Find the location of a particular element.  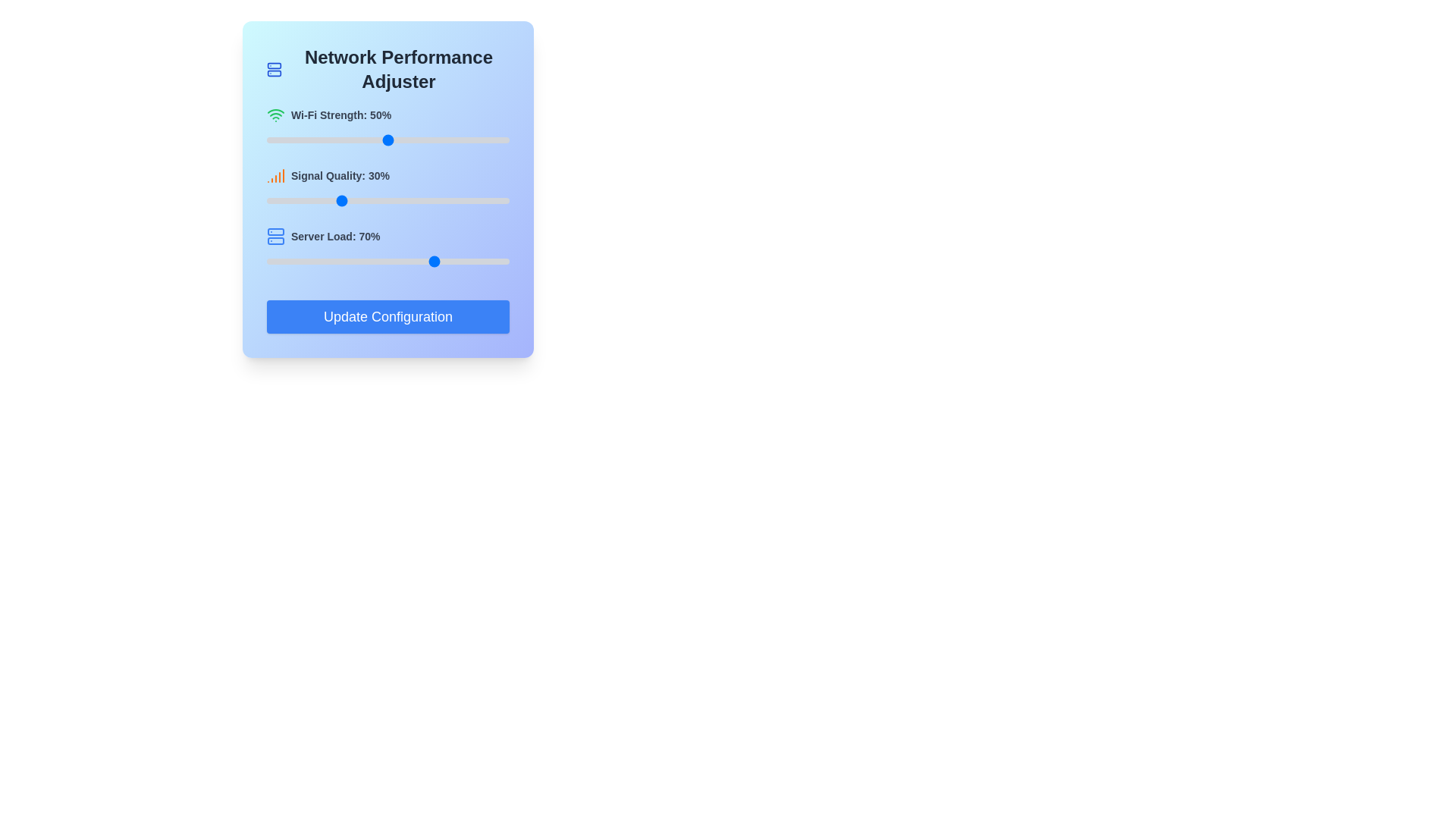

the Server Load slider is located at coordinates (415, 260).